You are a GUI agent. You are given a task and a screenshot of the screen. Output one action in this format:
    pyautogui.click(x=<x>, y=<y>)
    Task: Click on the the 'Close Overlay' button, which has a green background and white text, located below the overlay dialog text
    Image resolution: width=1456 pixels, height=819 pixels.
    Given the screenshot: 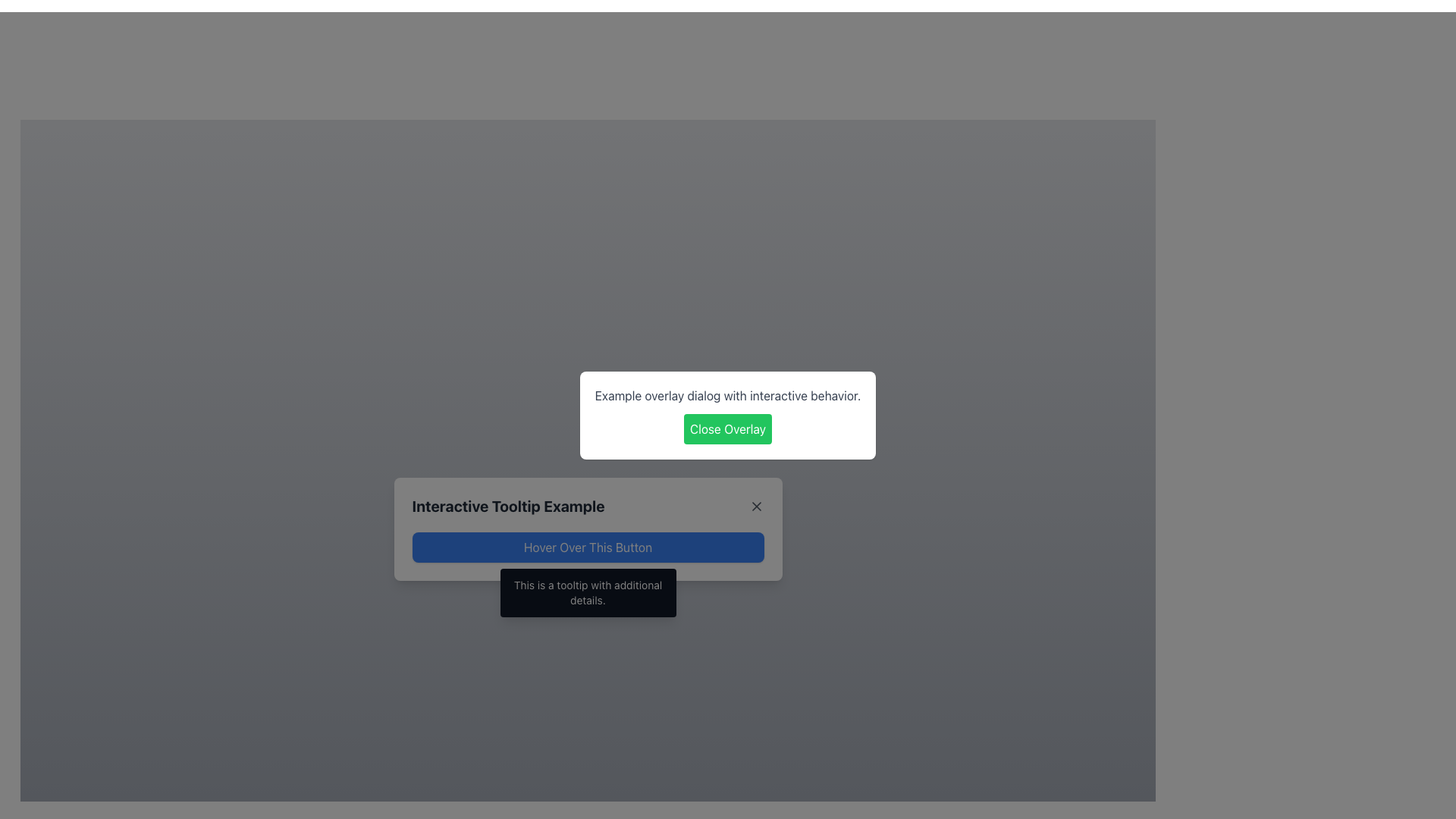 What is the action you would take?
    pyautogui.click(x=728, y=429)
    